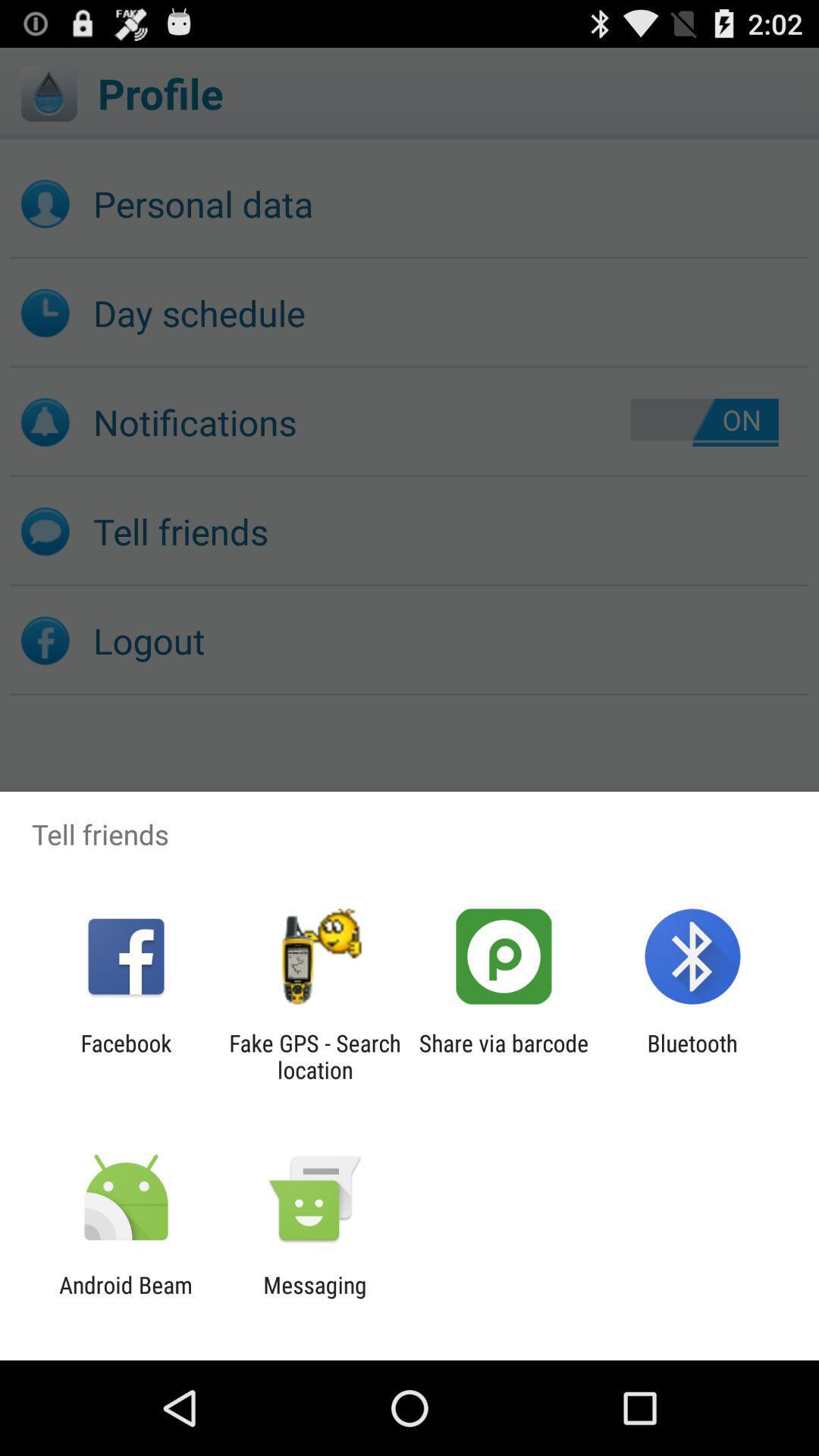  What do you see at coordinates (125, 1298) in the screenshot?
I see `the item next to the messaging app` at bounding box center [125, 1298].